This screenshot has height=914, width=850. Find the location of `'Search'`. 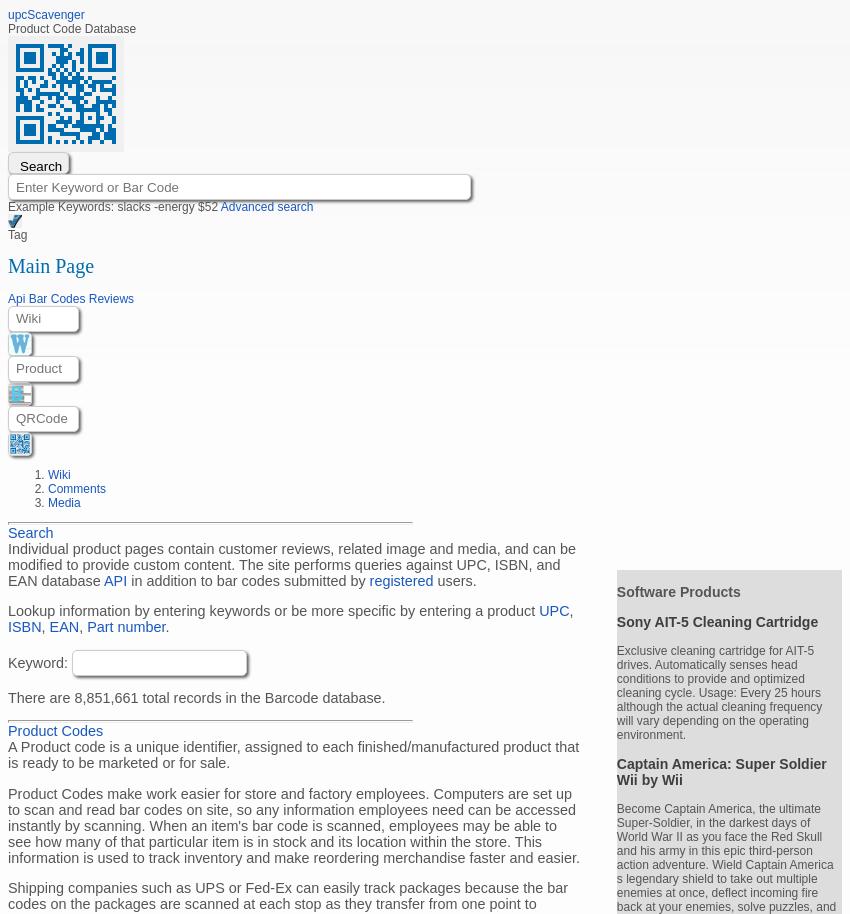

'Search' is located at coordinates (29, 531).